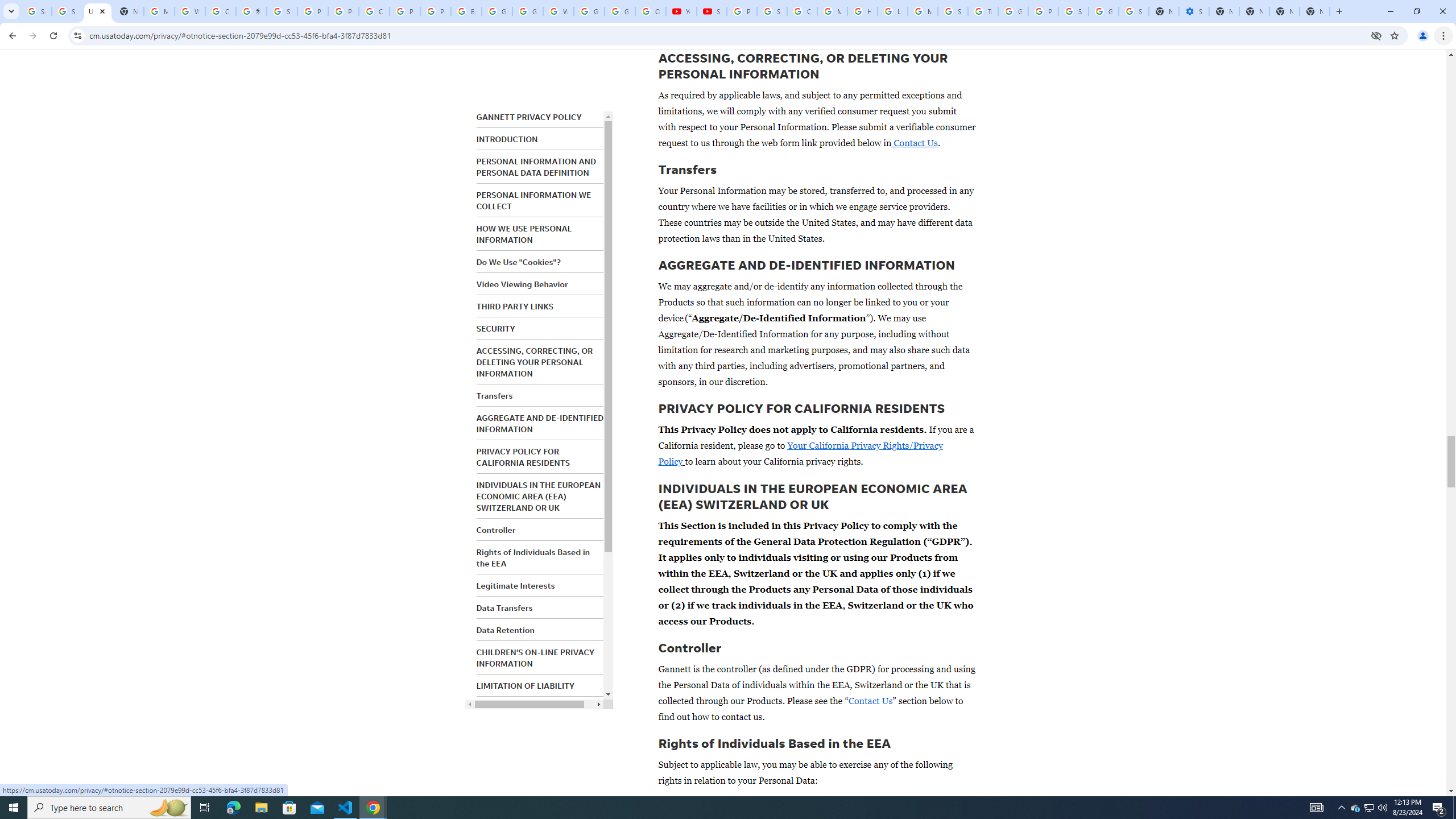  Describe the element at coordinates (1314, 11) in the screenshot. I see `'New Tab'` at that location.